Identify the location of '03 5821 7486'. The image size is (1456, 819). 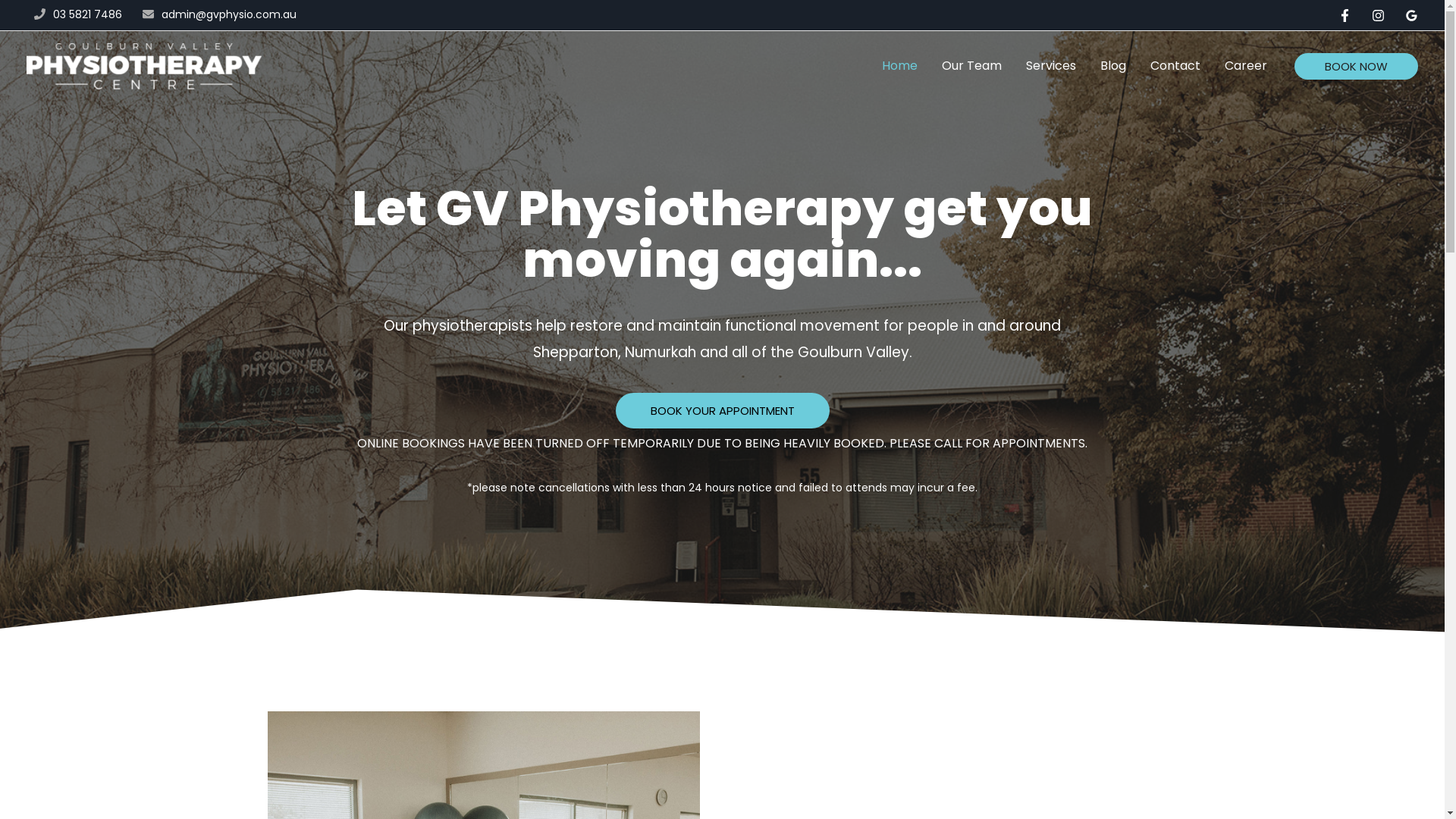
(86, 14).